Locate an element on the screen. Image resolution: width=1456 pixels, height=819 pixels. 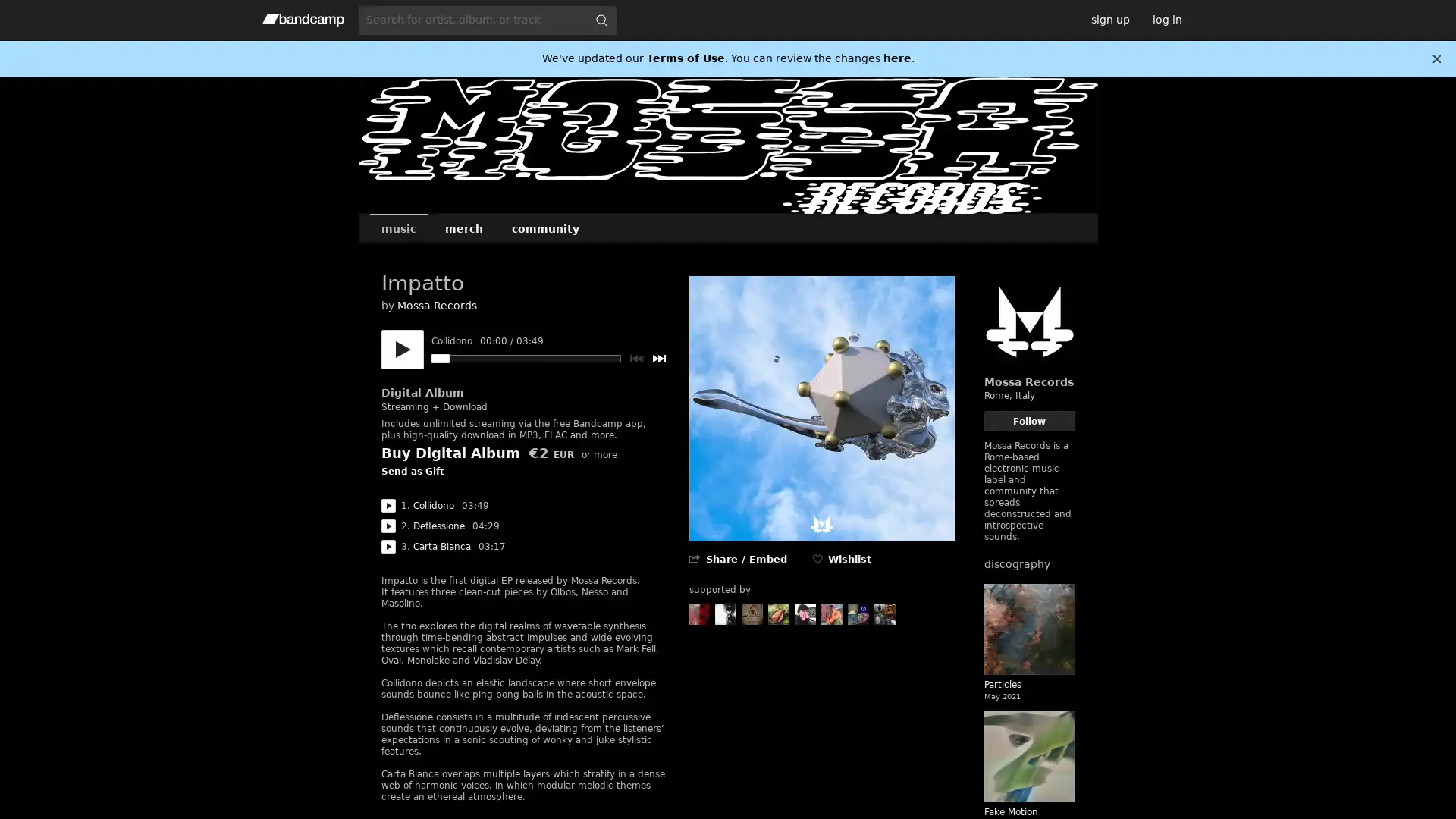
Previous track is located at coordinates (635, 359).